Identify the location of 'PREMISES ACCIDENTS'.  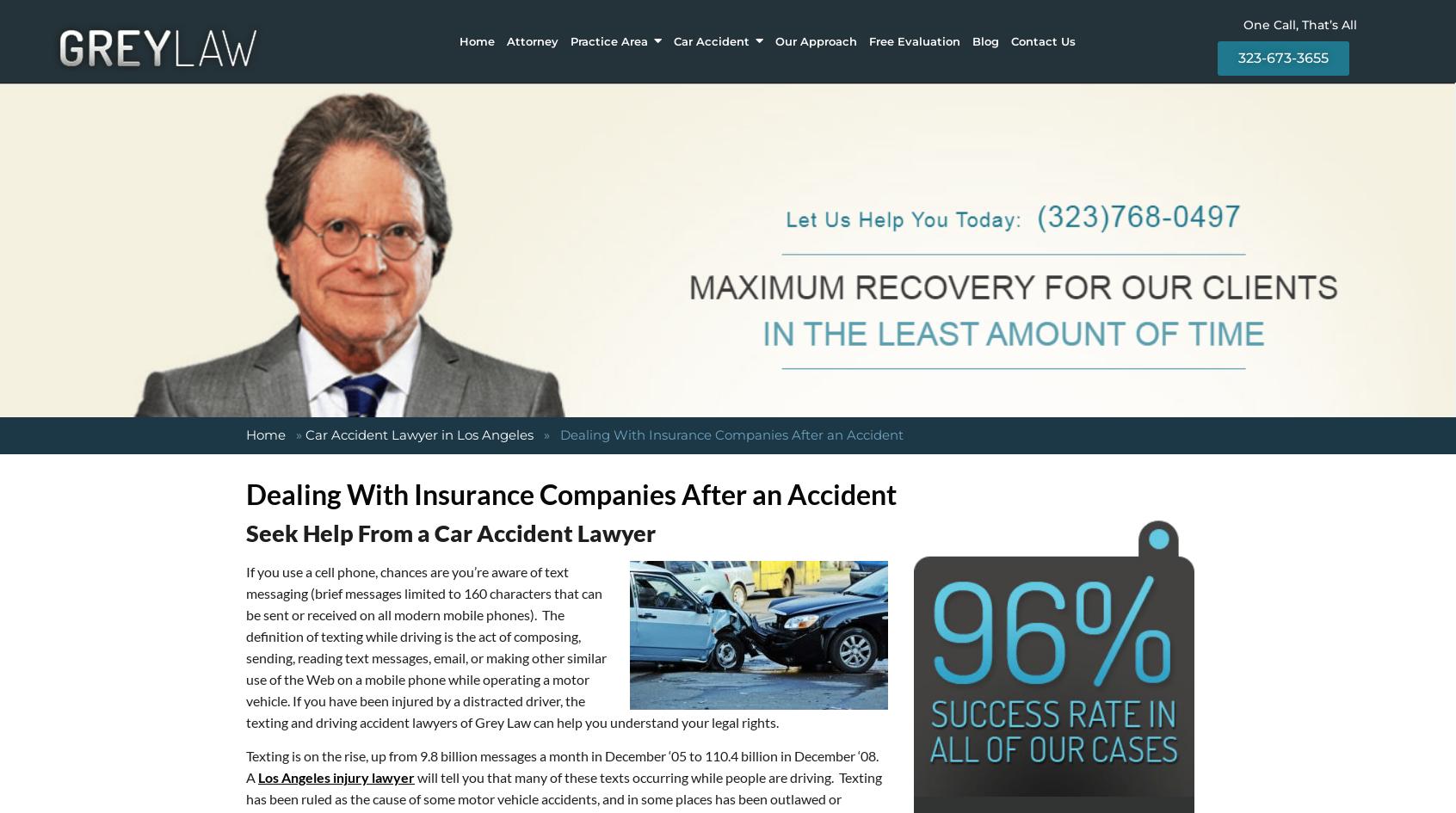
(482, 95).